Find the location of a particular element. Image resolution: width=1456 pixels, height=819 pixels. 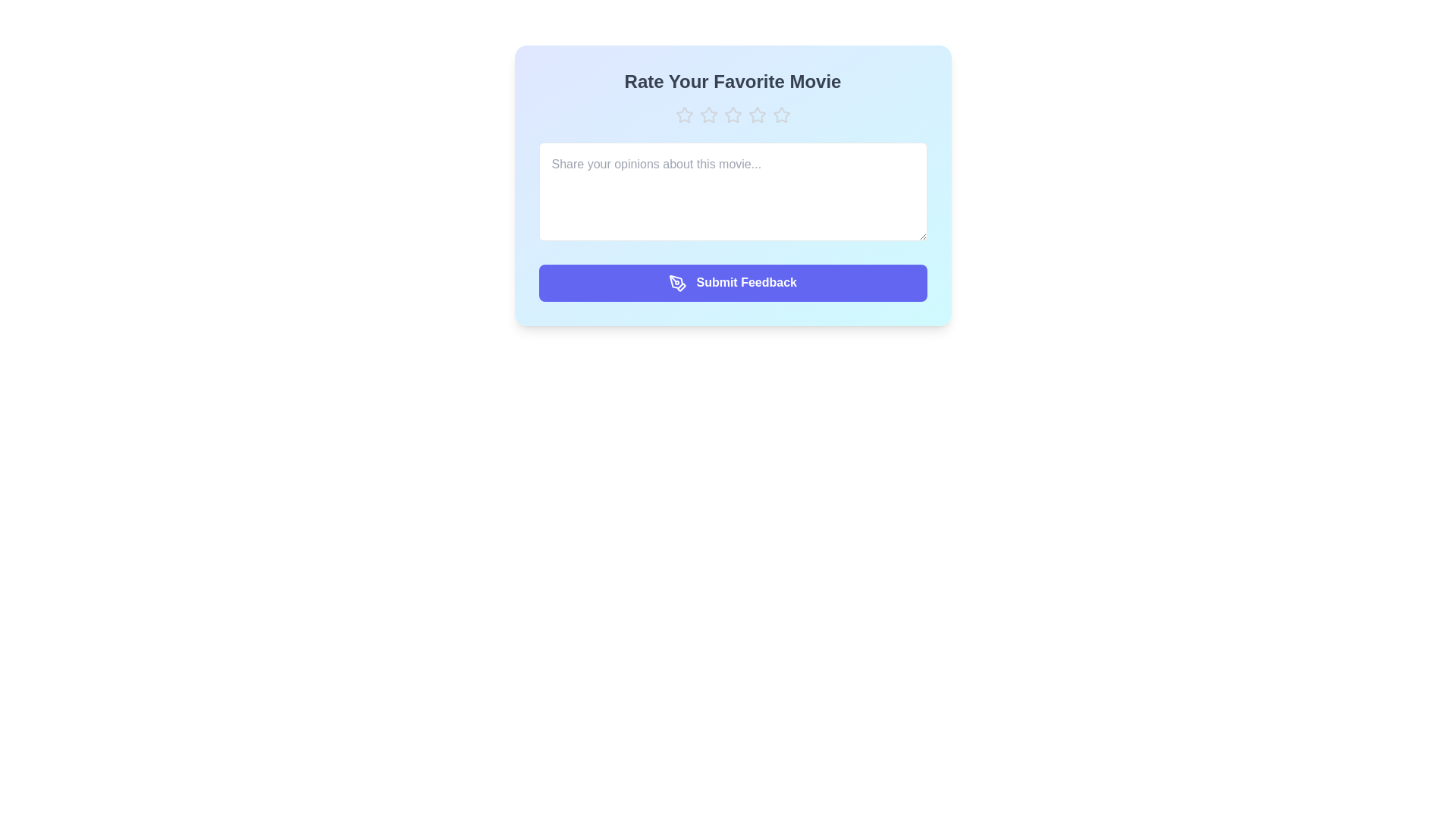

the 'Submit Feedback' button to submit the feedback is located at coordinates (733, 283).